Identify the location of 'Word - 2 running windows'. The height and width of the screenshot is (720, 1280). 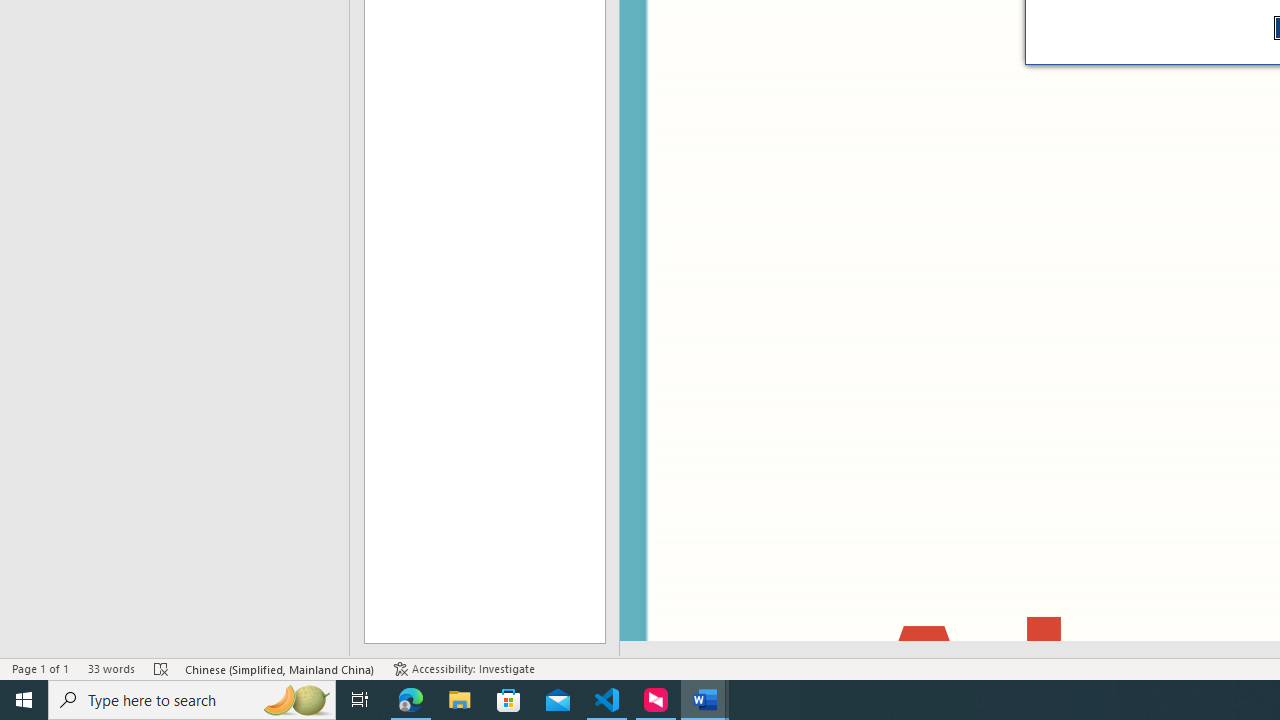
(705, 698).